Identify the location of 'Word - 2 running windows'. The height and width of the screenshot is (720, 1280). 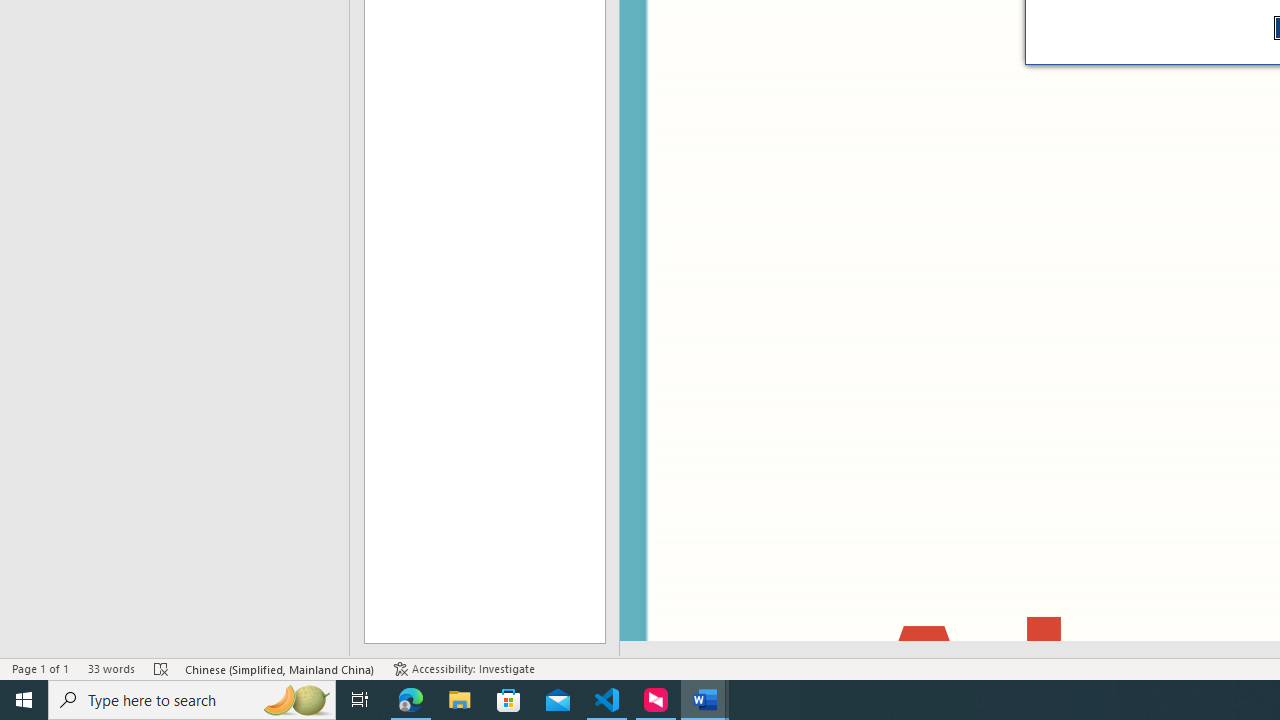
(705, 698).